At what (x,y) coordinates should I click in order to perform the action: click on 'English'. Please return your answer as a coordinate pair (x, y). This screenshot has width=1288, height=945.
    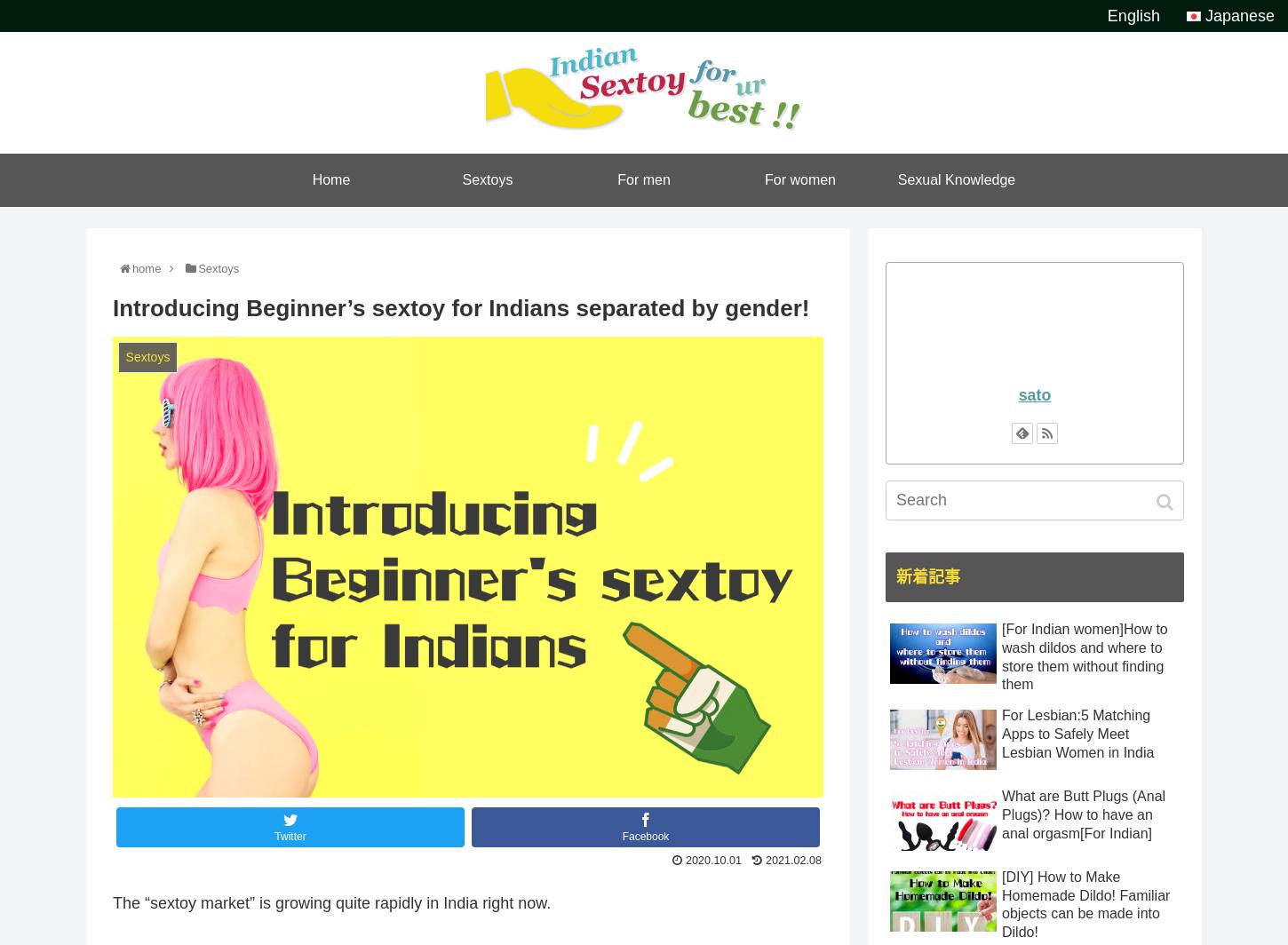
    Looking at the image, I should click on (1133, 15).